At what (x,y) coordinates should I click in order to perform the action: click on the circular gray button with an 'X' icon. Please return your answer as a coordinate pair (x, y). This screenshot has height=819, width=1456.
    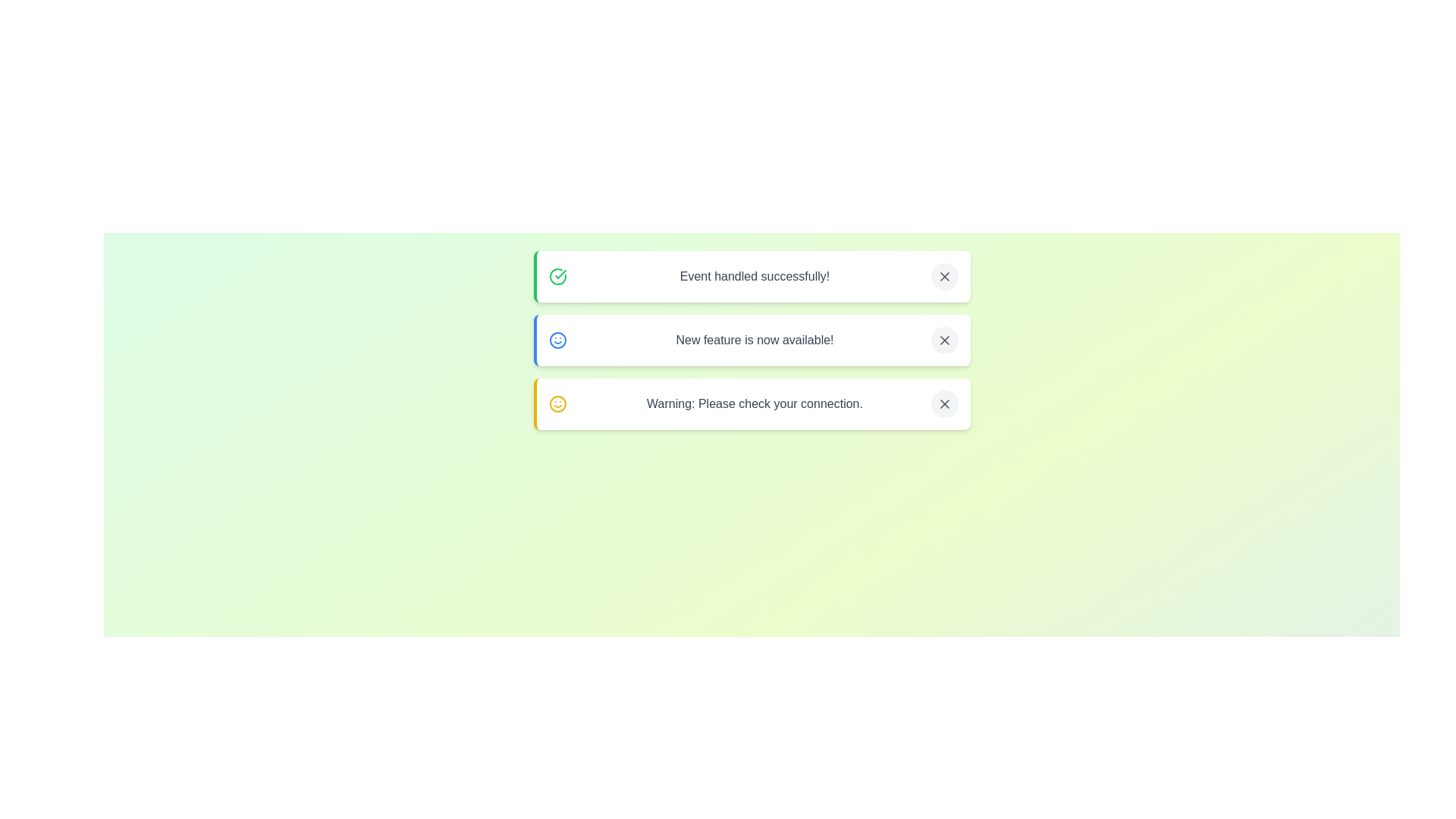
    Looking at the image, I should click on (943, 403).